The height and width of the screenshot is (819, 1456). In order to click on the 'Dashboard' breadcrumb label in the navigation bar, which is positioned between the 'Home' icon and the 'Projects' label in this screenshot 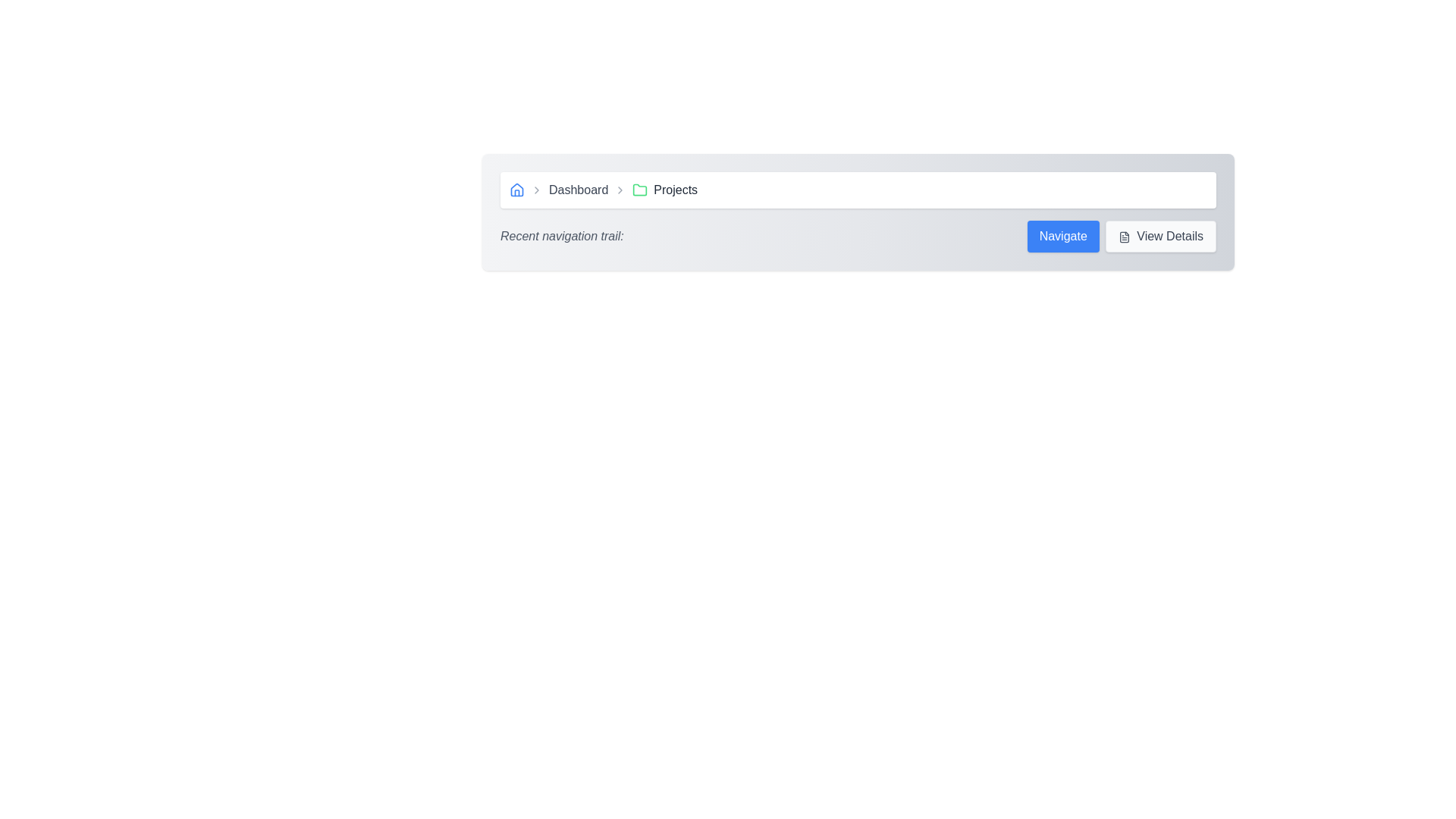, I will do `click(578, 189)`.